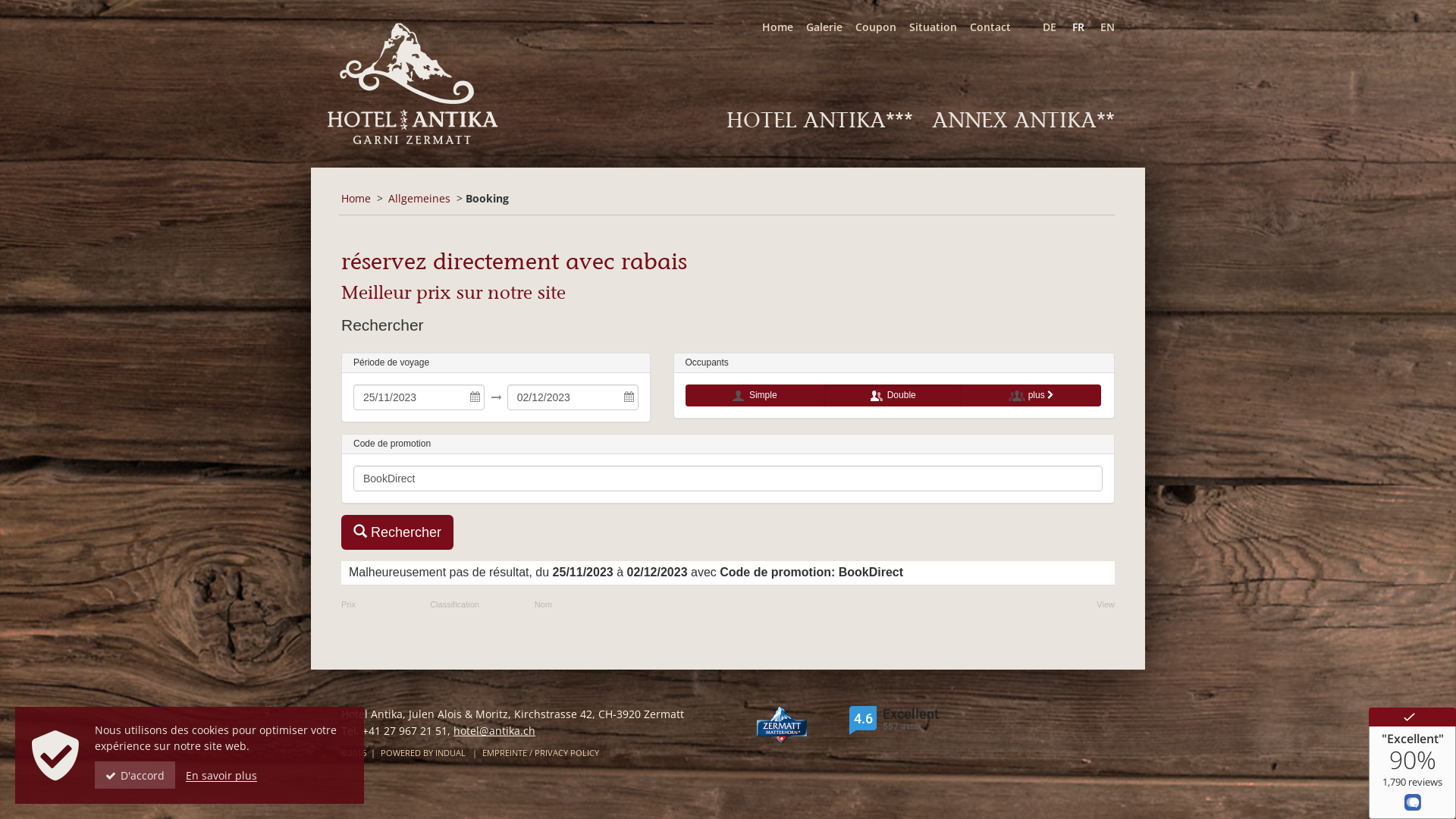 This screenshot has width=1456, height=819. Describe the element at coordinates (896, 27) in the screenshot. I see `'Situation'` at that location.